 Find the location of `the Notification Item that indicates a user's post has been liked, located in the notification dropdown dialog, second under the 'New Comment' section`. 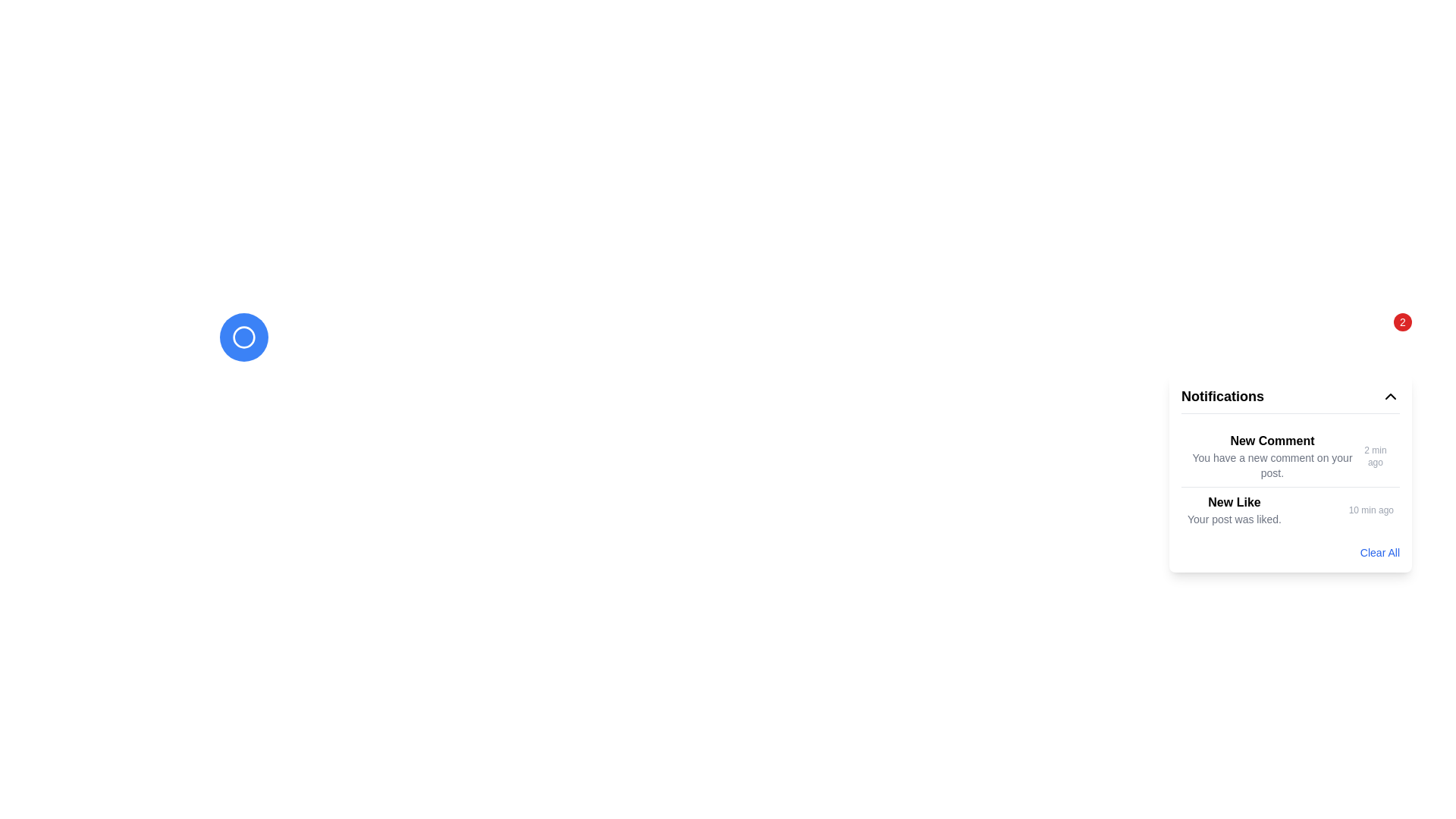

the Notification Item that indicates a user's post has been liked, located in the notification dropdown dialog, second under the 'New Comment' section is located at coordinates (1234, 510).